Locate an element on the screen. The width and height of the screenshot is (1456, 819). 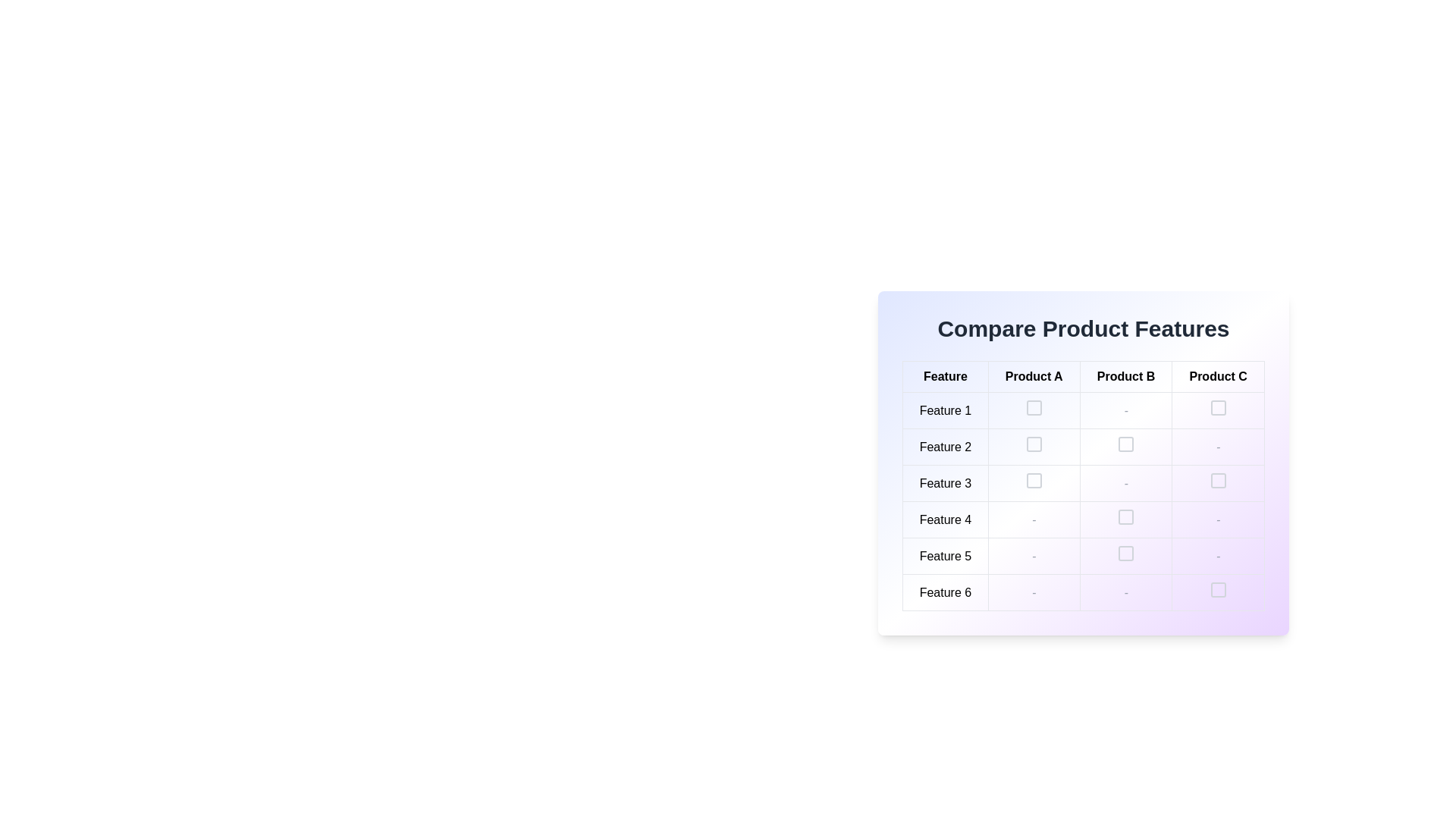
the checkbox located in the 'Product A' column and 'Feature 2' row is located at coordinates (1033, 444).